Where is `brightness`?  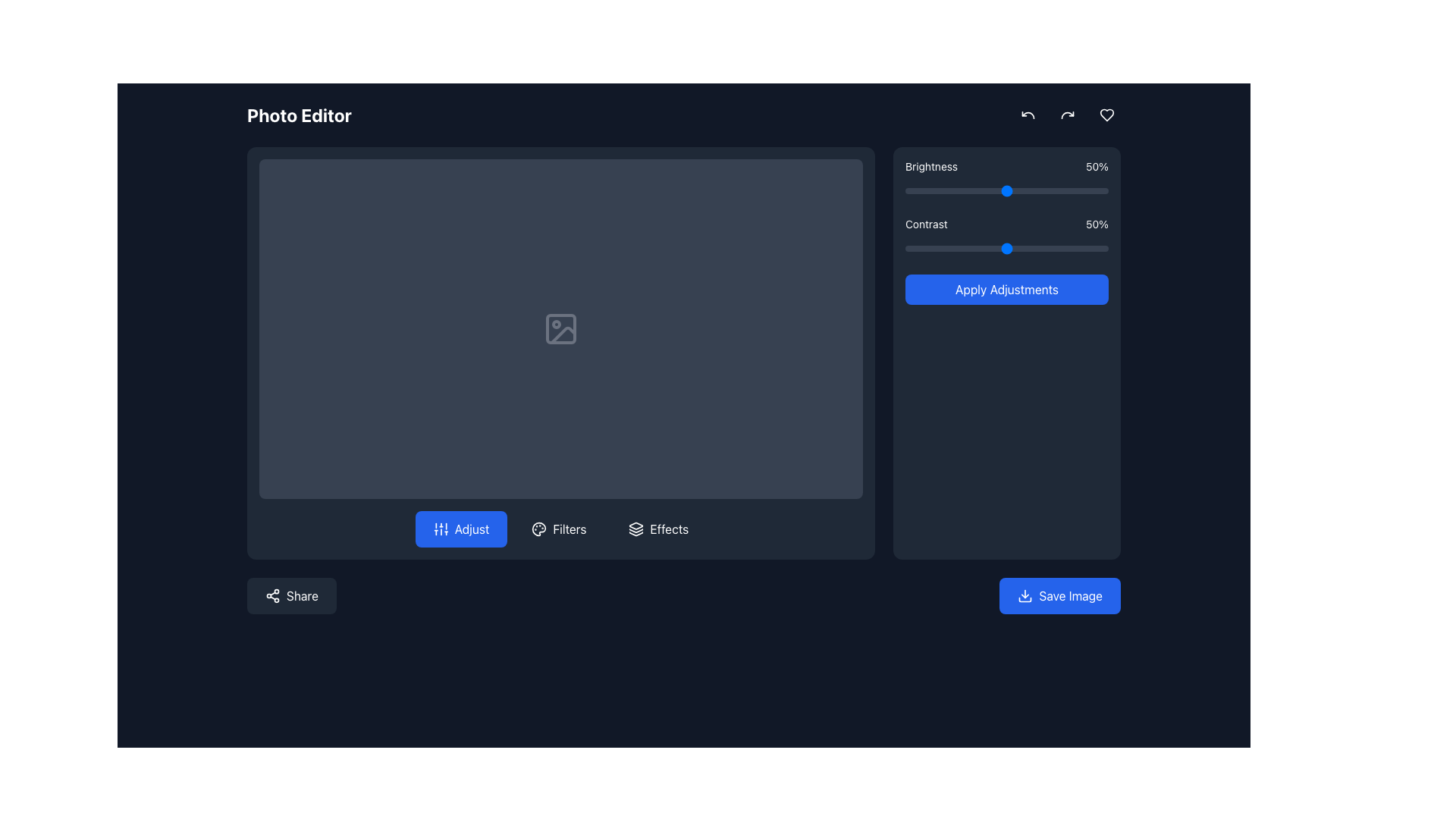
brightness is located at coordinates (951, 190).